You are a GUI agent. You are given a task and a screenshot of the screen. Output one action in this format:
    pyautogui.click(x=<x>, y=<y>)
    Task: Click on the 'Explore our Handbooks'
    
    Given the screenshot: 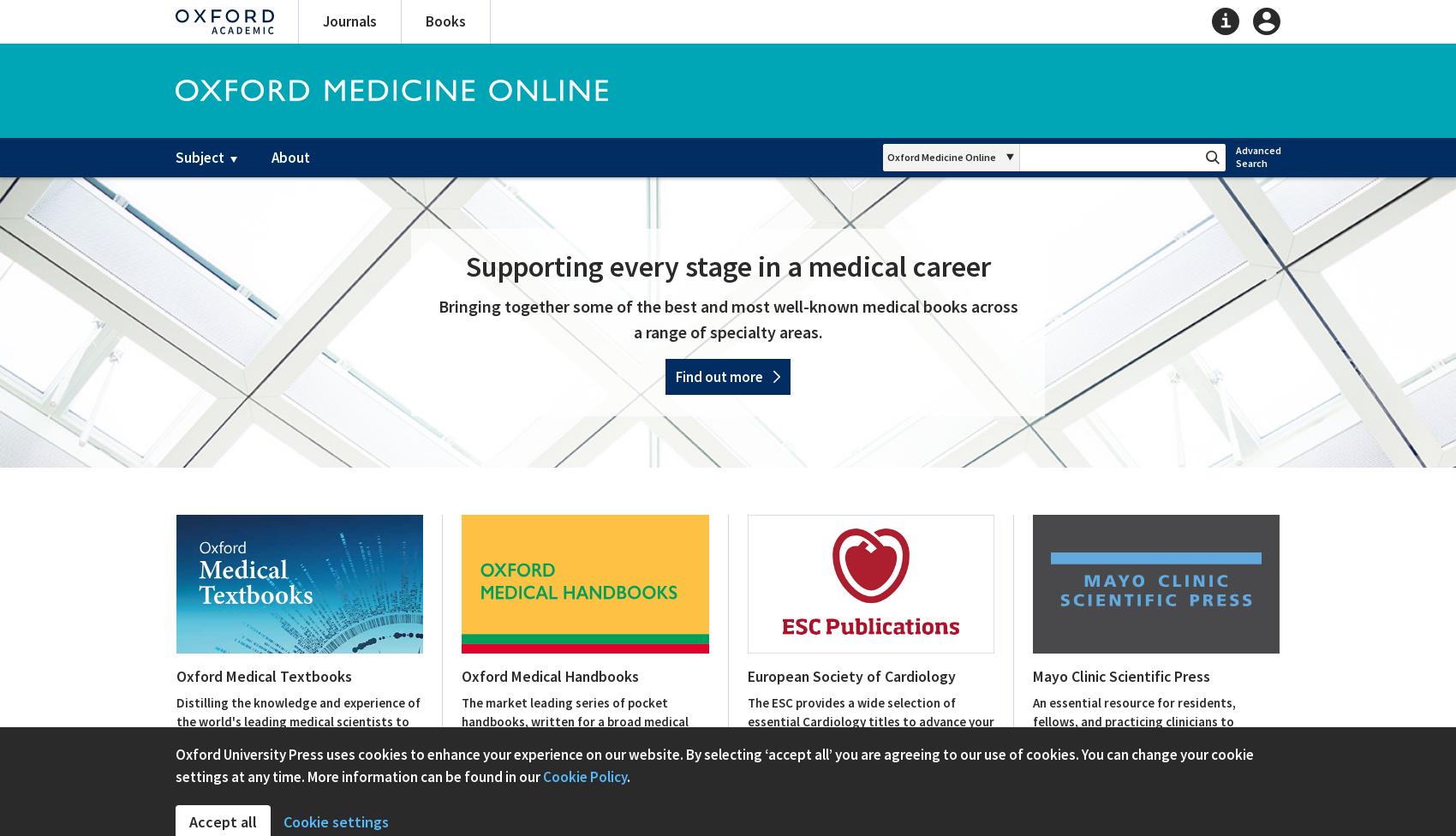 What is the action you would take?
    pyautogui.click(x=527, y=823)
    